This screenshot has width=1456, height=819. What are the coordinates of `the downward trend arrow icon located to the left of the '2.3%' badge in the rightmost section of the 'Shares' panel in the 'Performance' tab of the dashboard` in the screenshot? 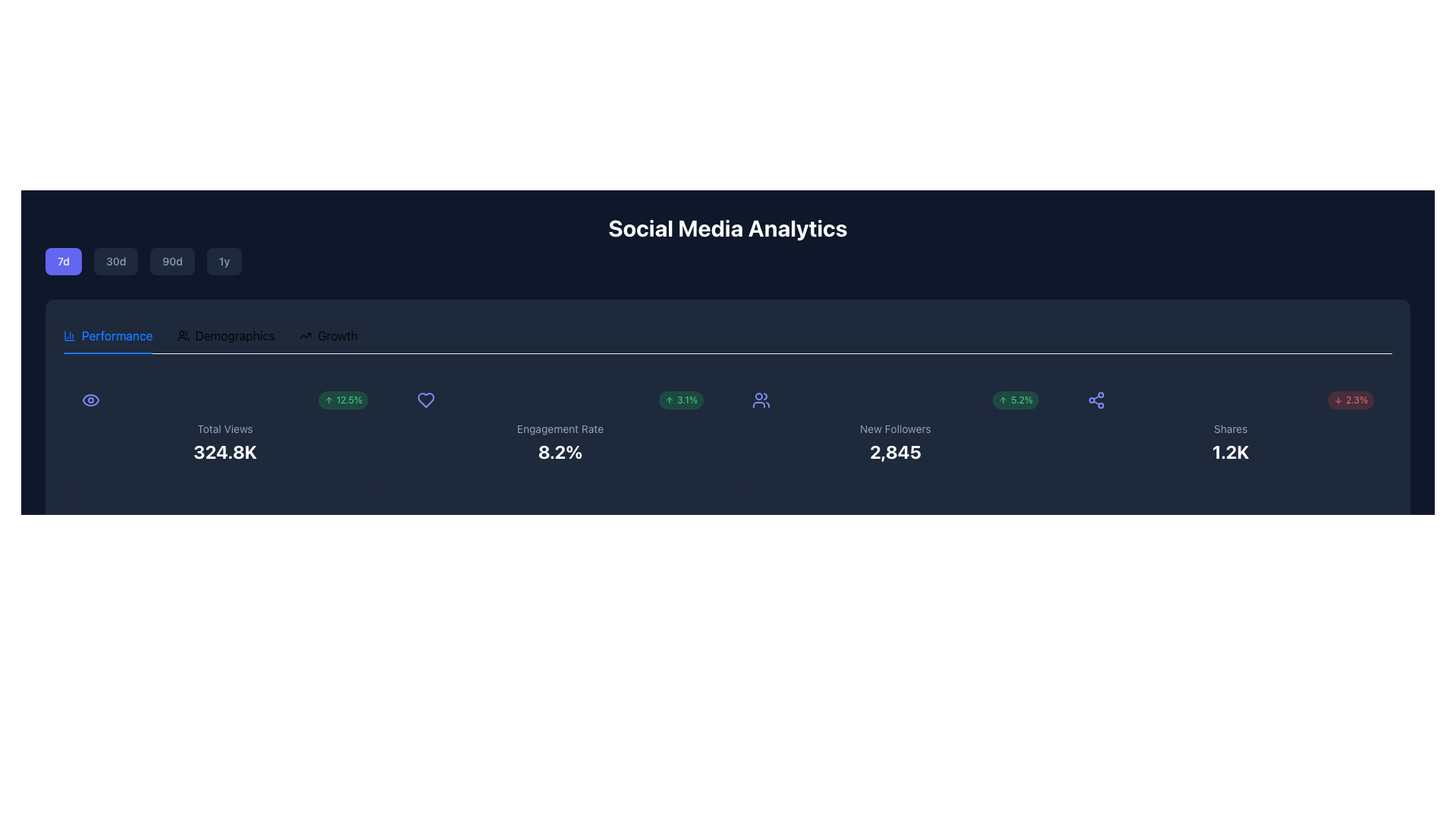 It's located at (1338, 400).